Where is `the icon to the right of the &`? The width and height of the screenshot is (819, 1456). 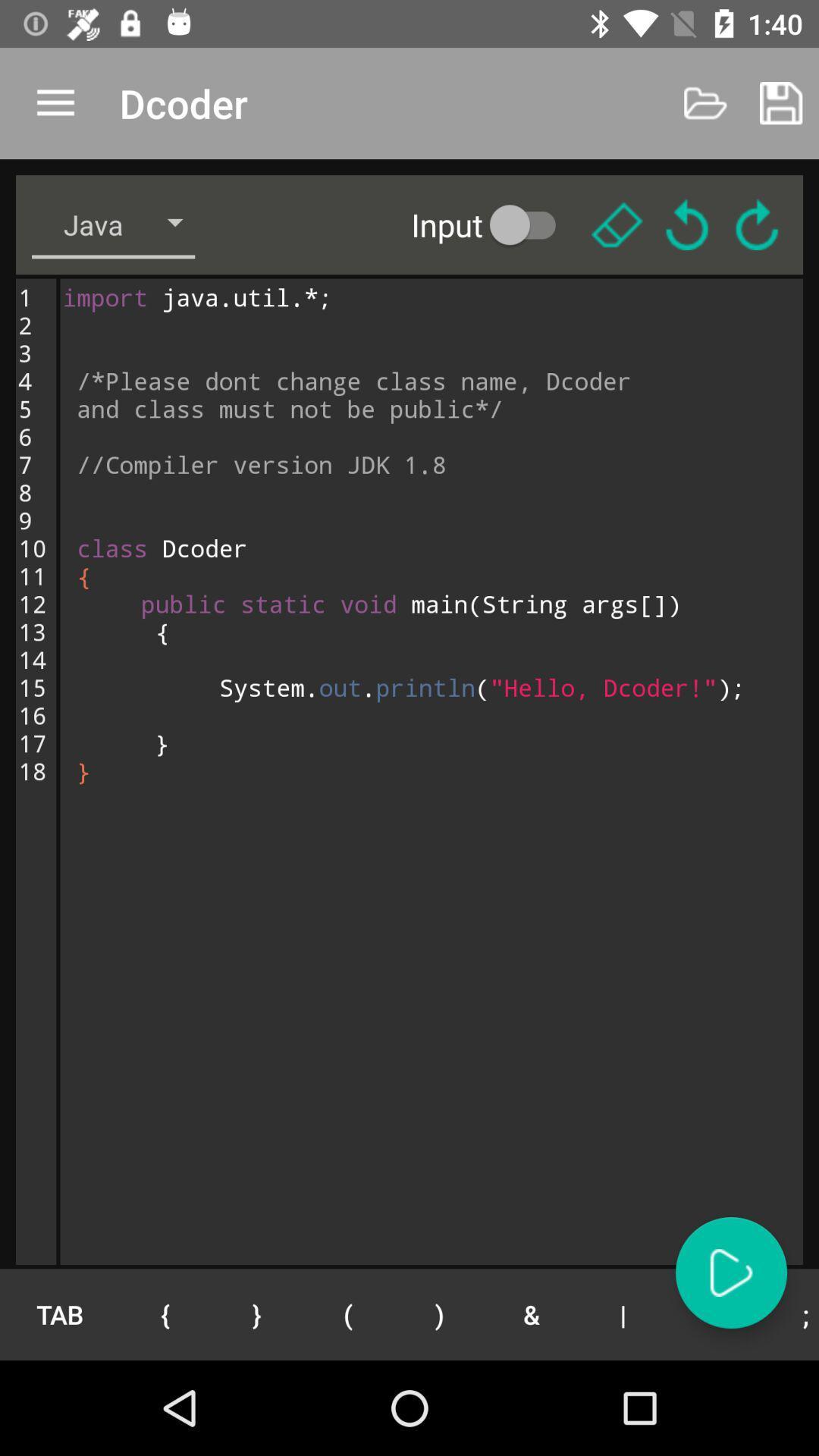 the icon to the right of the & is located at coordinates (623, 1313).